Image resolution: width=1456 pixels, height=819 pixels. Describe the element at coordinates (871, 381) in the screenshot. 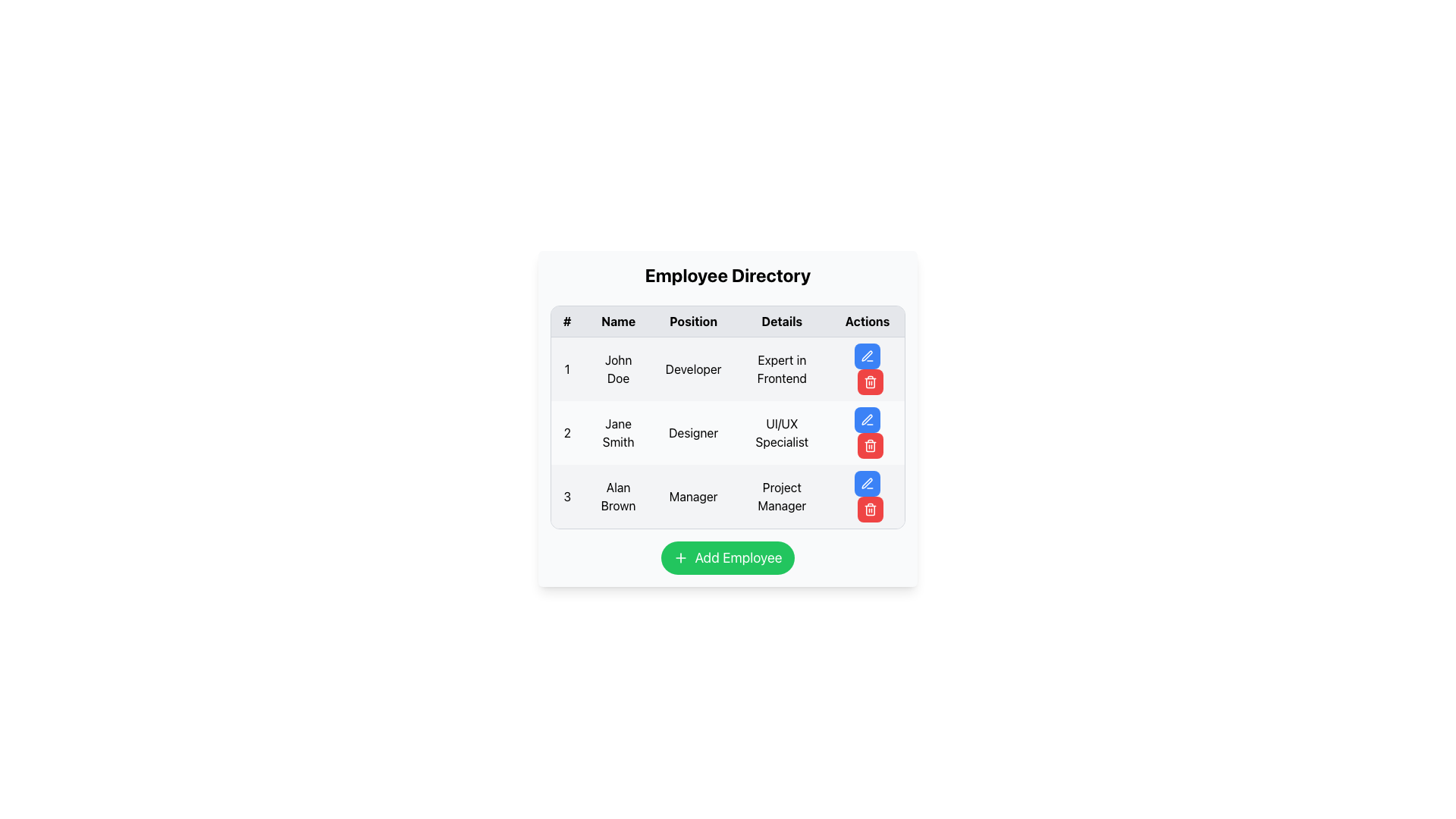

I see `the trash can icon button in the actions column of the third row associated with employee 'Alan Brown'` at that location.